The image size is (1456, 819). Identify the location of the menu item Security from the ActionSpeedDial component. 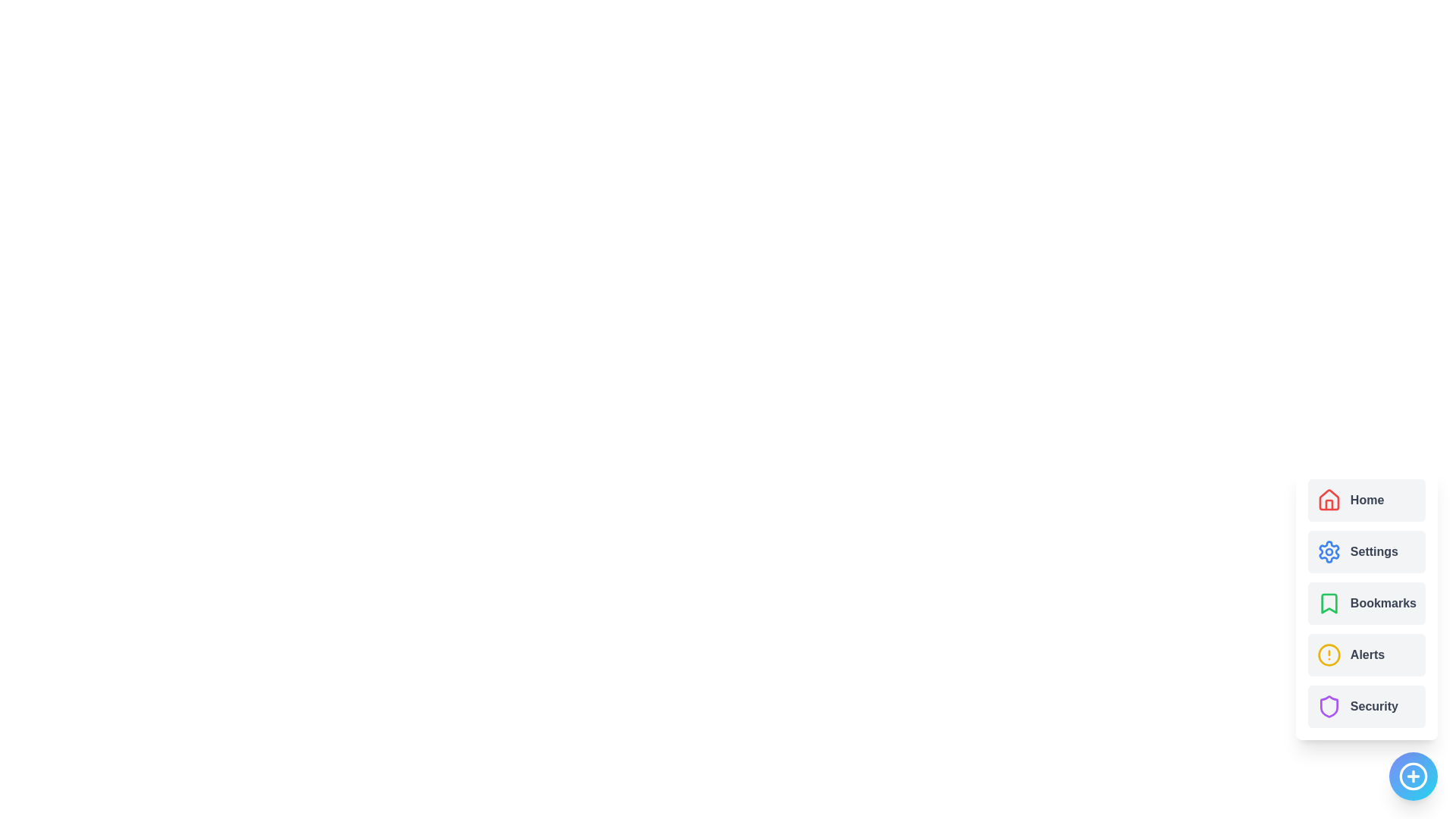
(1366, 707).